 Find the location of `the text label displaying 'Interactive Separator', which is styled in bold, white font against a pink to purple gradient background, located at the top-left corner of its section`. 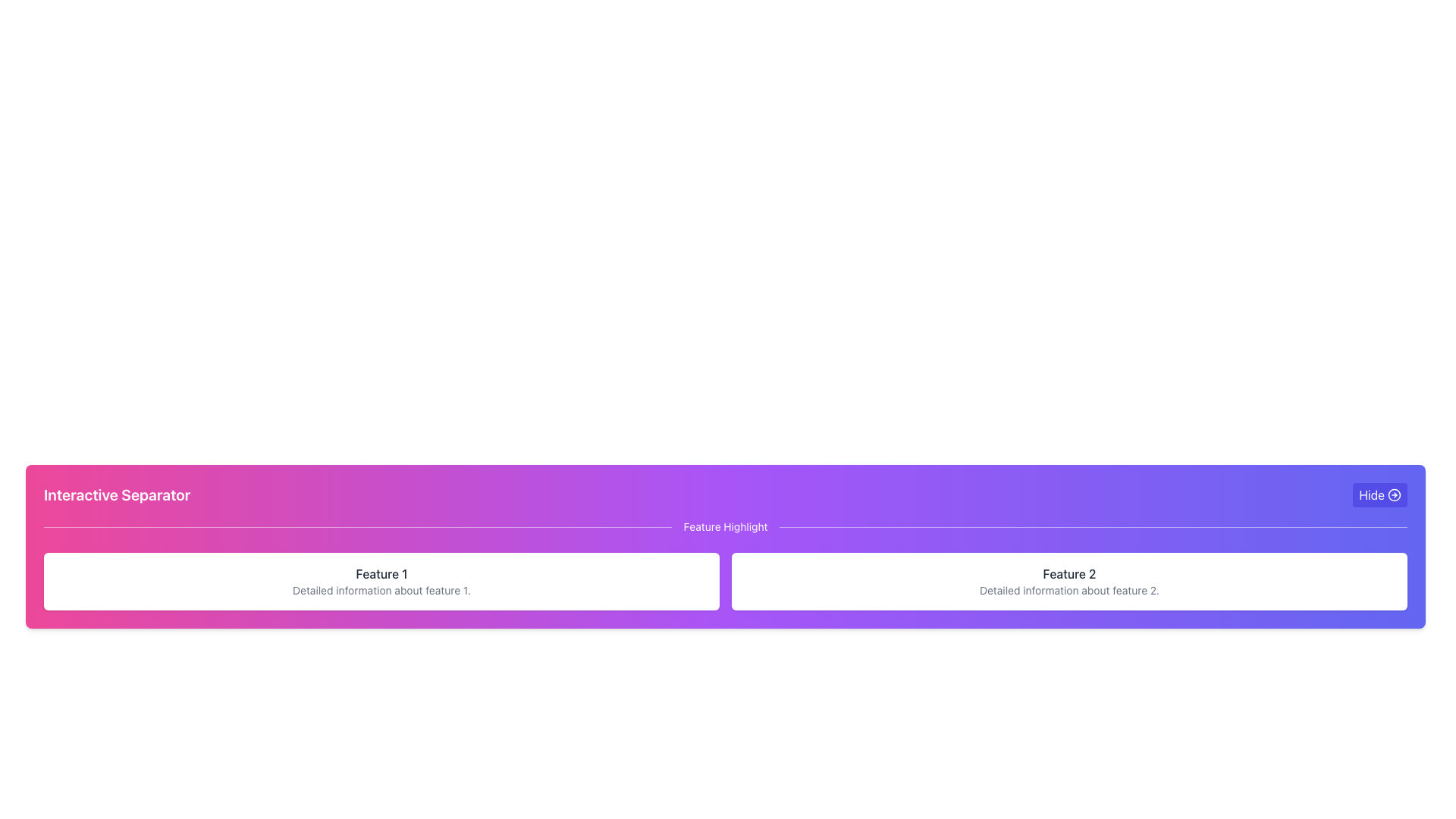

the text label displaying 'Interactive Separator', which is styled in bold, white font against a pink to purple gradient background, located at the top-left corner of its section is located at coordinates (116, 494).